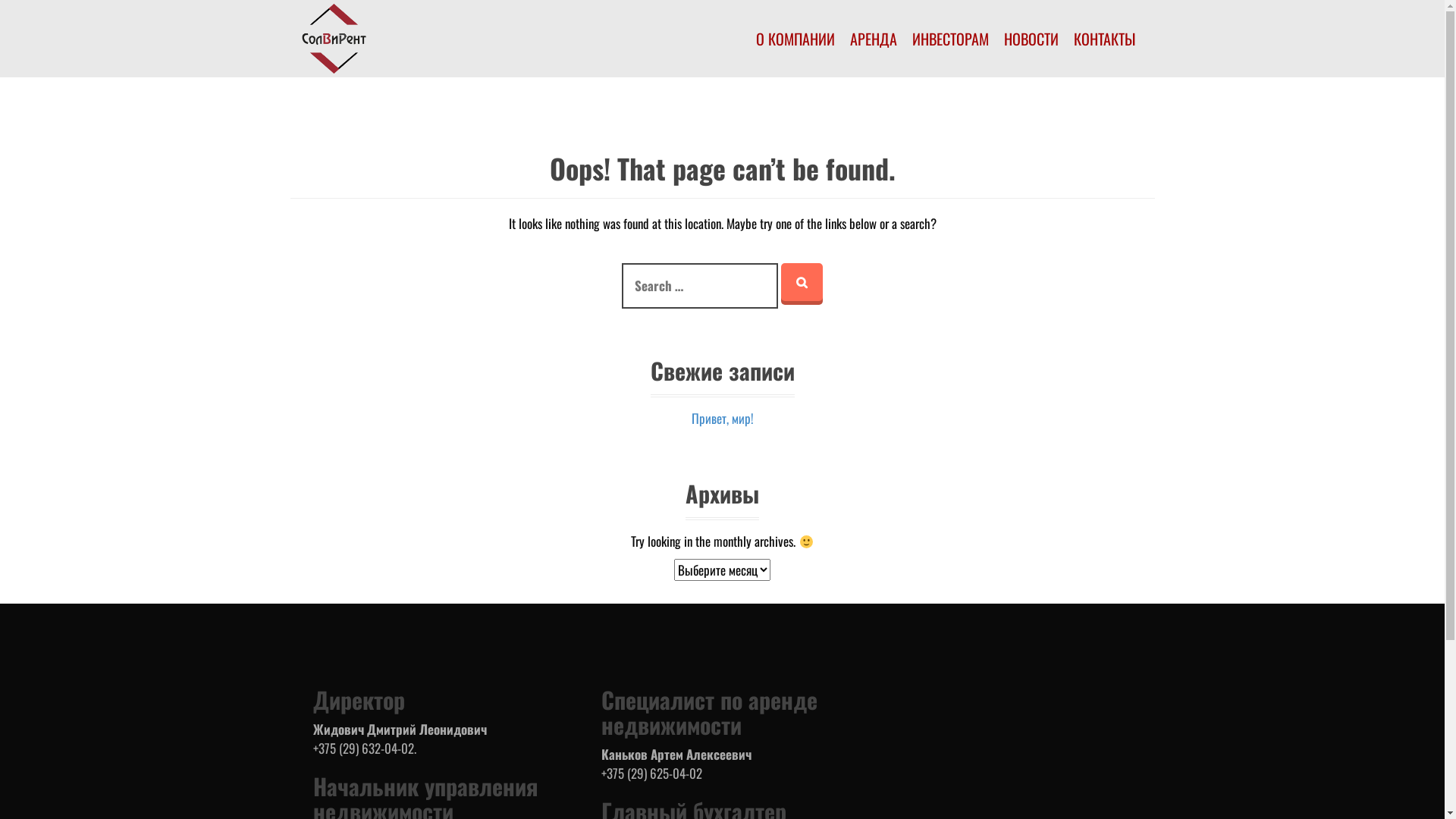 The image size is (1456, 819). I want to click on 'Skip to content', so click(0, 0).